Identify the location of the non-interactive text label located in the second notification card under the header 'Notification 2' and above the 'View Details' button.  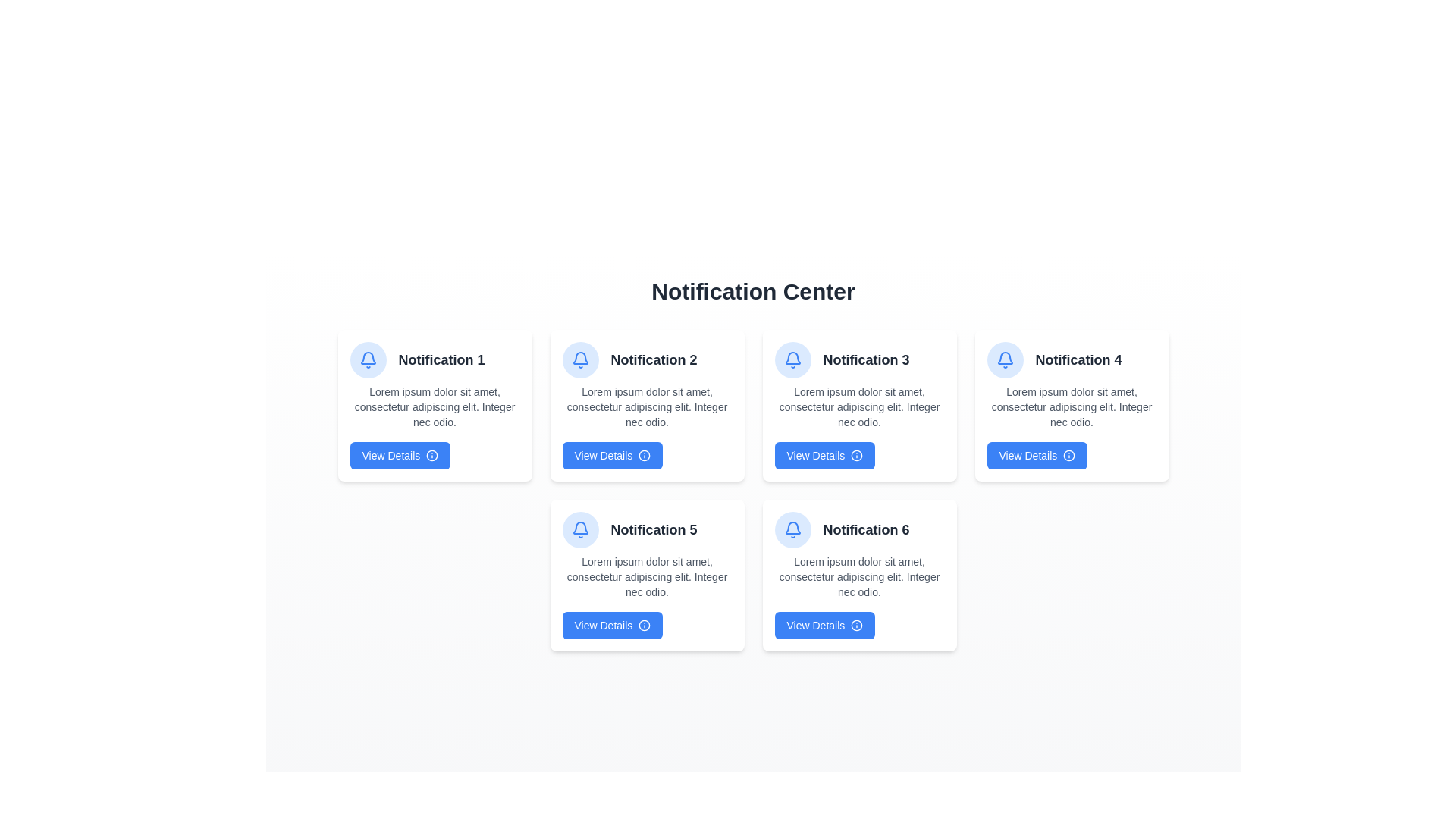
(647, 406).